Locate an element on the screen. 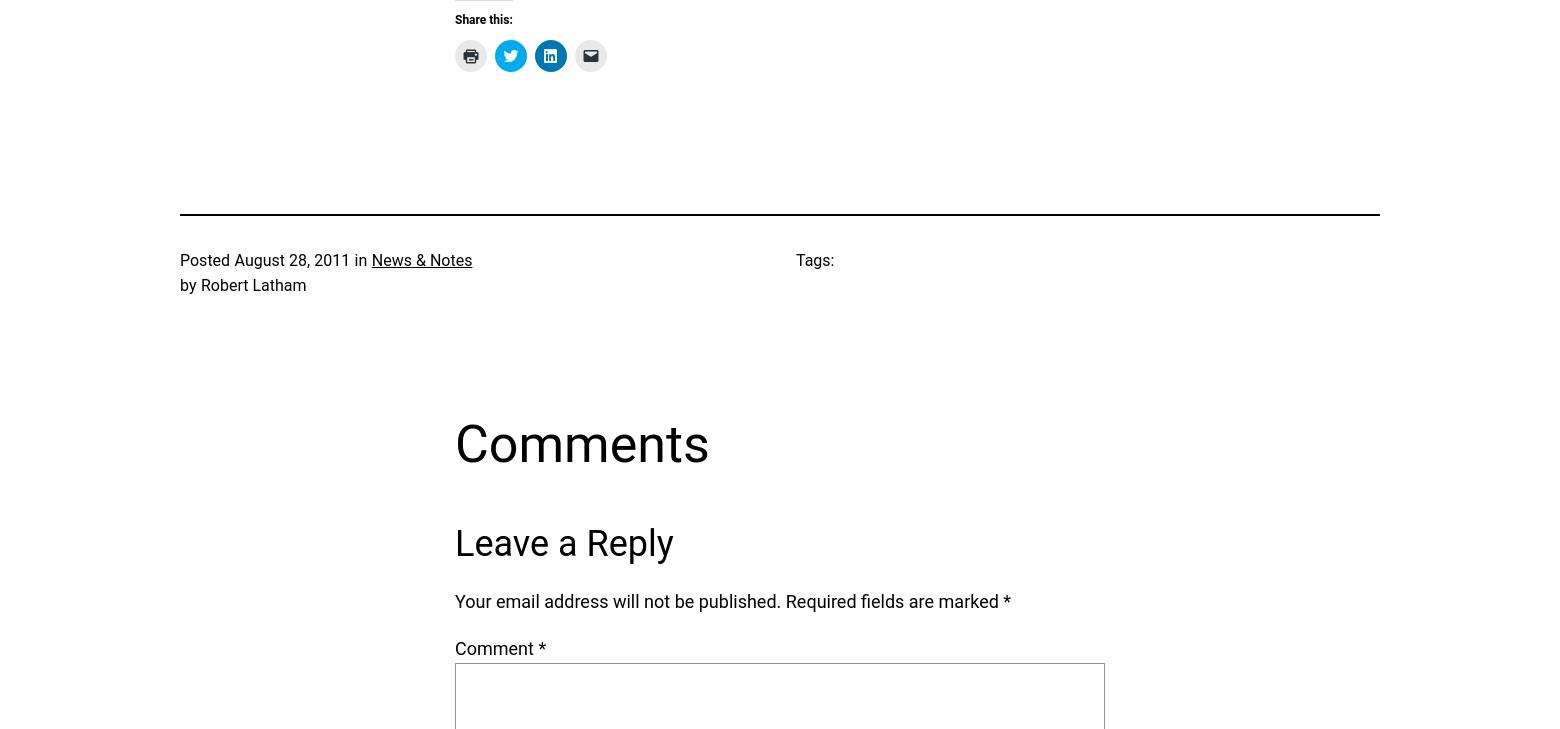 The height and width of the screenshot is (729, 1560). 'Tags:' is located at coordinates (796, 258).